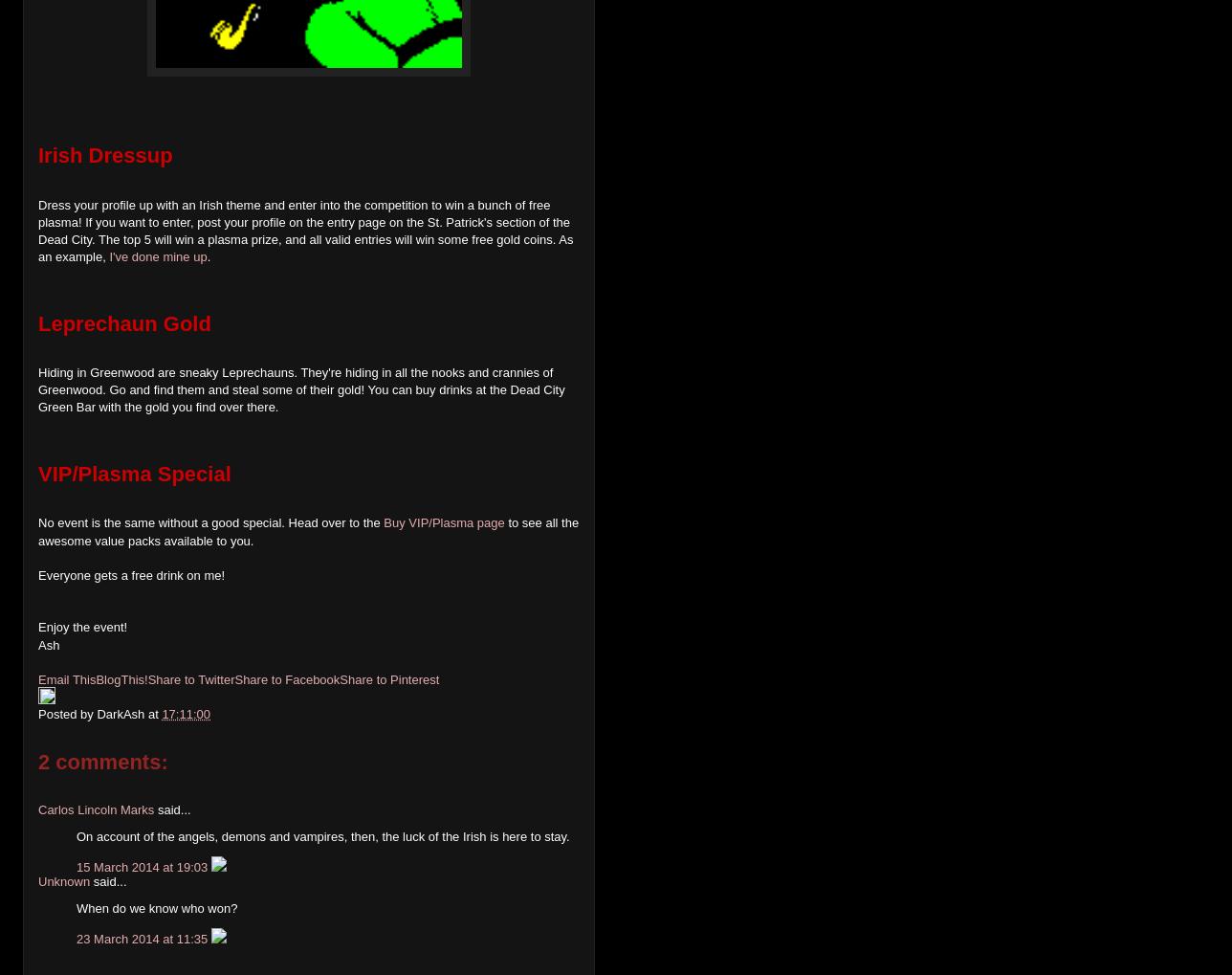 This screenshot has height=975, width=1232. Describe the element at coordinates (154, 713) in the screenshot. I see `'at'` at that location.